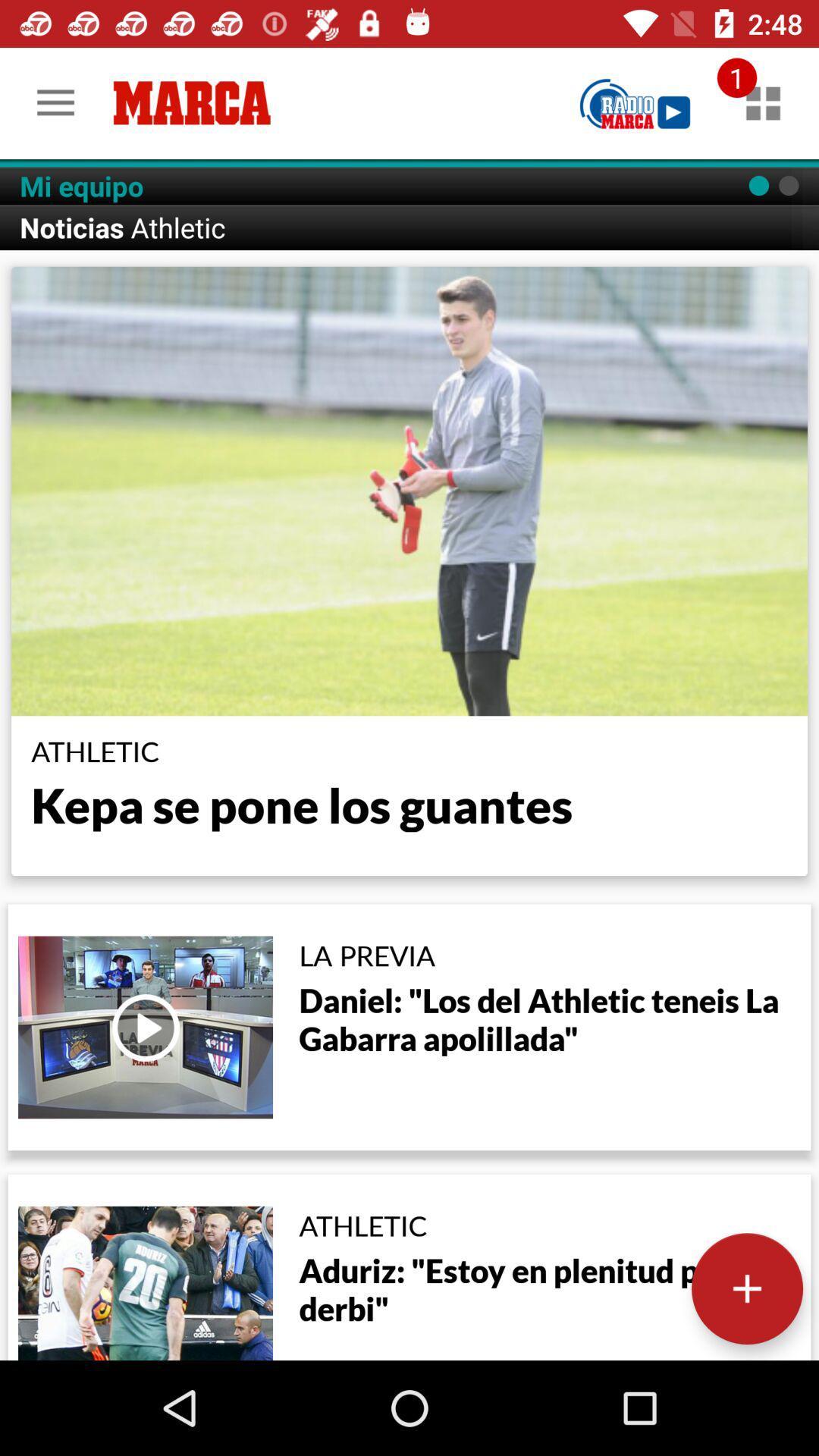 This screenshot has width=819, height=1456. I want to click on more options, so click(746, 1288).